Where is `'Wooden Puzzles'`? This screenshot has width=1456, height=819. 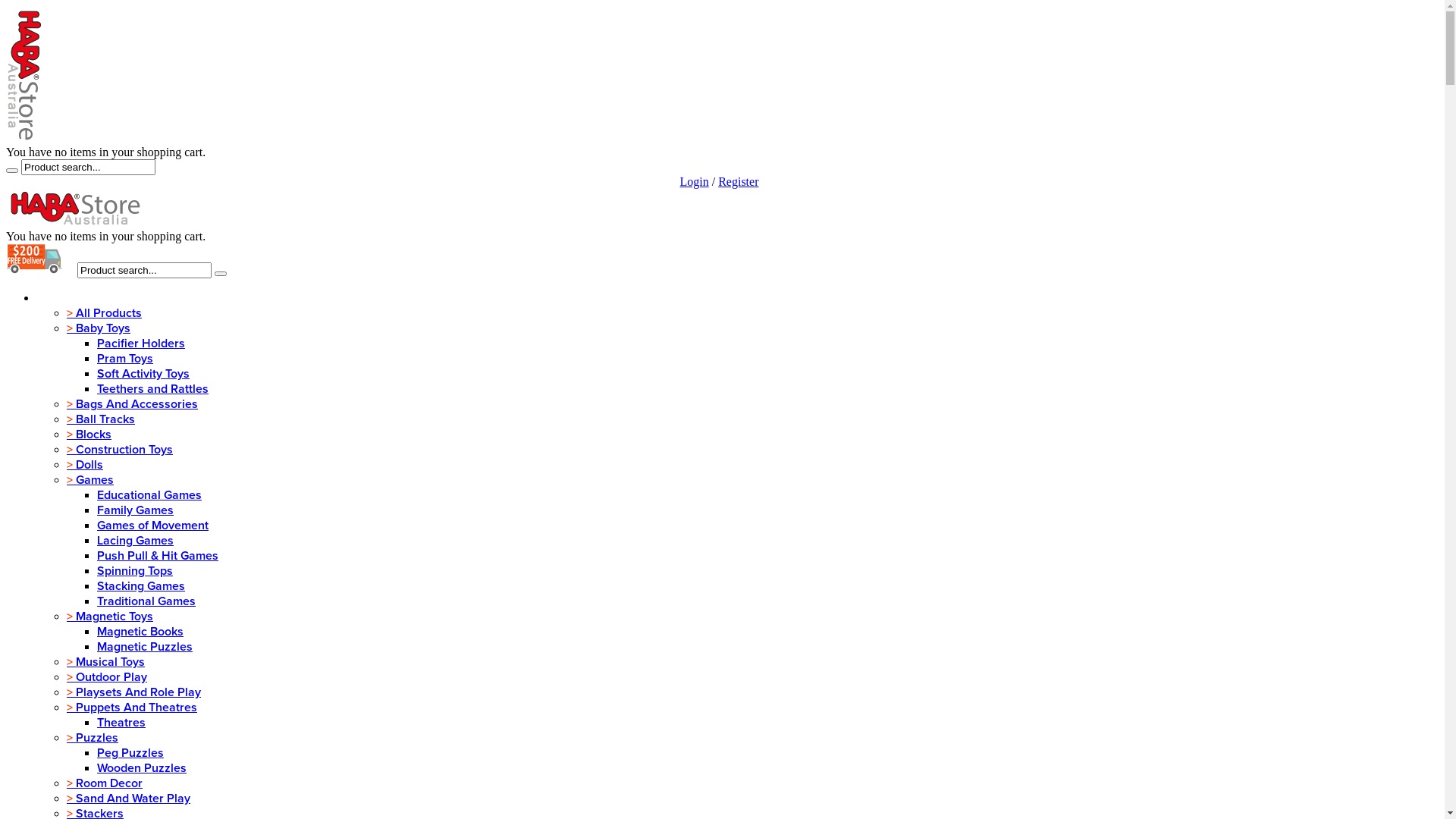
'Wooden Puzzles' is located at coordinates (96, 768).